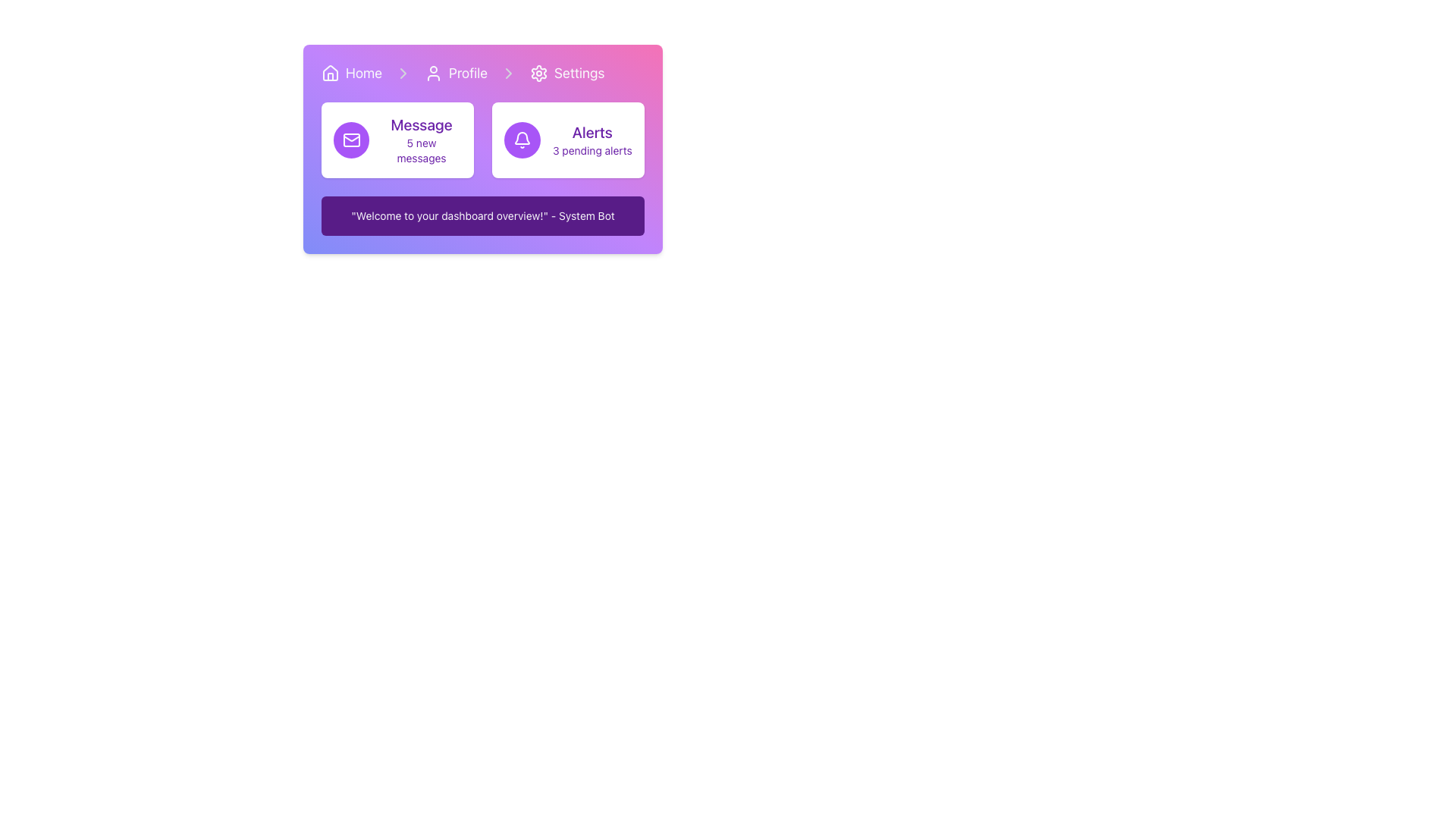  Describe the element at coordinates (482, 73) in the screenshot. I see `the 'Profile' hyperlink in the breadcrumb navigation bar` at that location.